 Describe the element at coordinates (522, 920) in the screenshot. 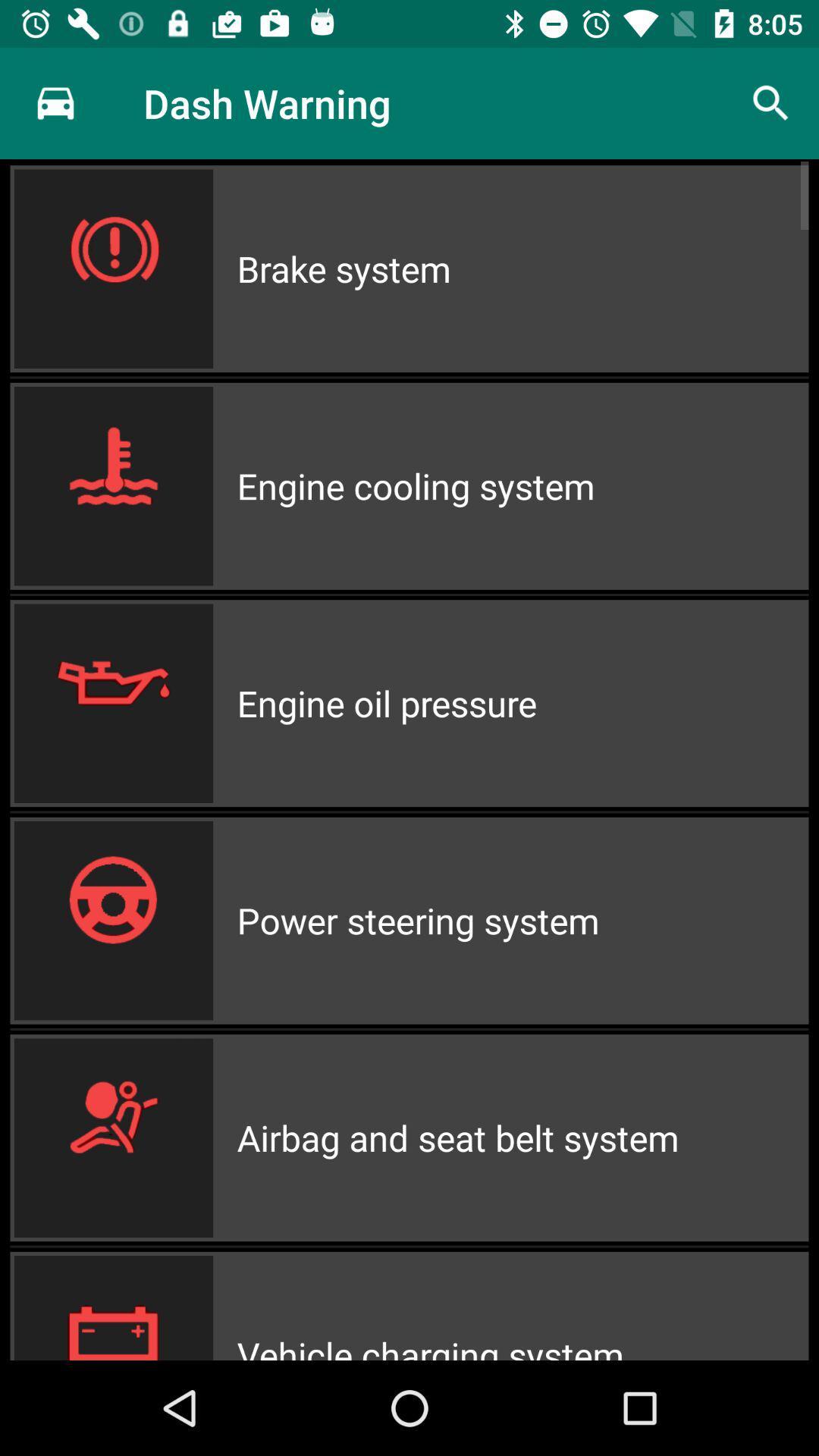

I see `the icon below the engine oil pressure icon` at that location.